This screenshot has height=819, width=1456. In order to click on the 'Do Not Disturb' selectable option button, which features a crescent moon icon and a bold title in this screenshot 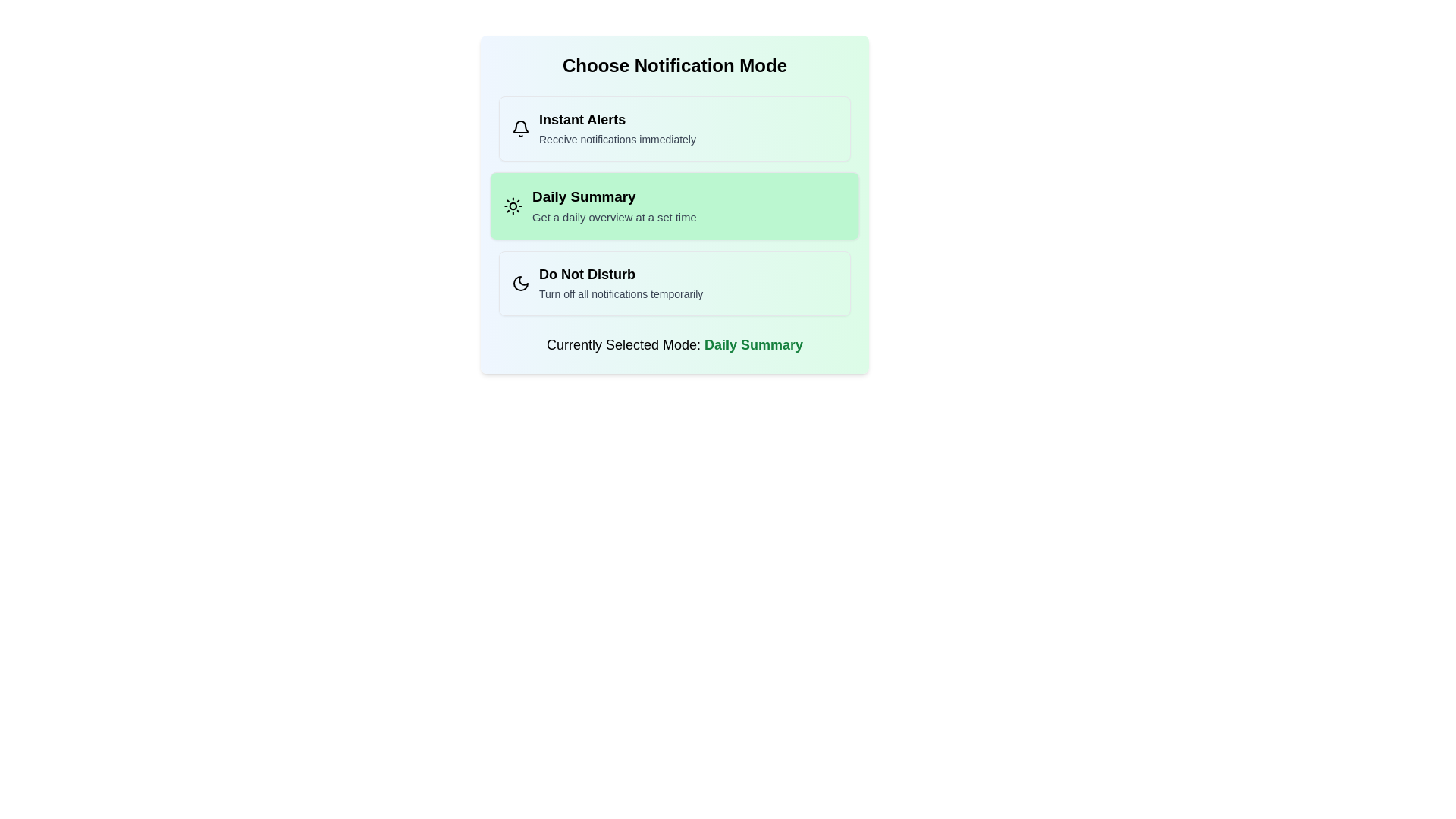, I will do `click(673, 284)`.